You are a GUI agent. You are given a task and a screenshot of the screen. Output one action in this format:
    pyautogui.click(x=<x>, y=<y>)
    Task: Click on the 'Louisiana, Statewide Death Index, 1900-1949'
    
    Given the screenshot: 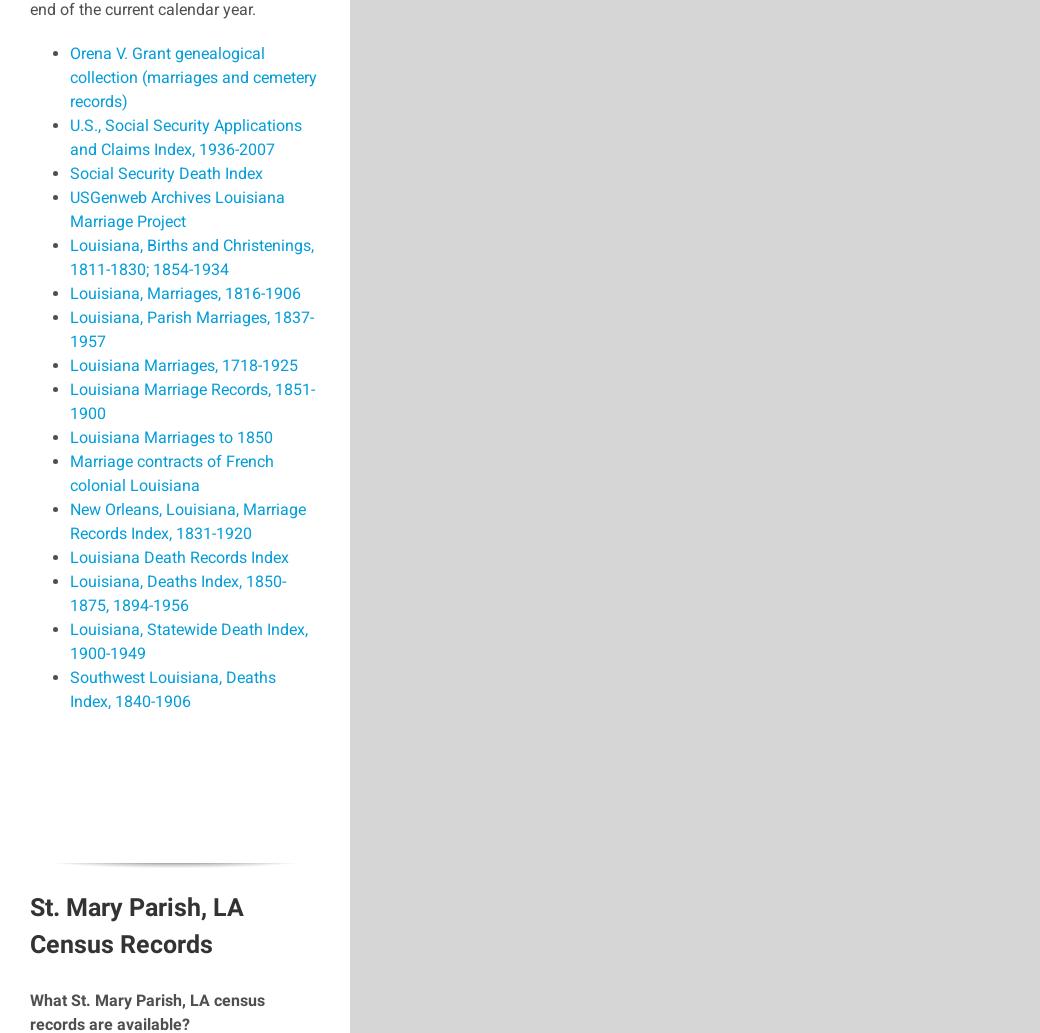 What is the action you would take?
    pyautogui.click(x=188, y=640)
    